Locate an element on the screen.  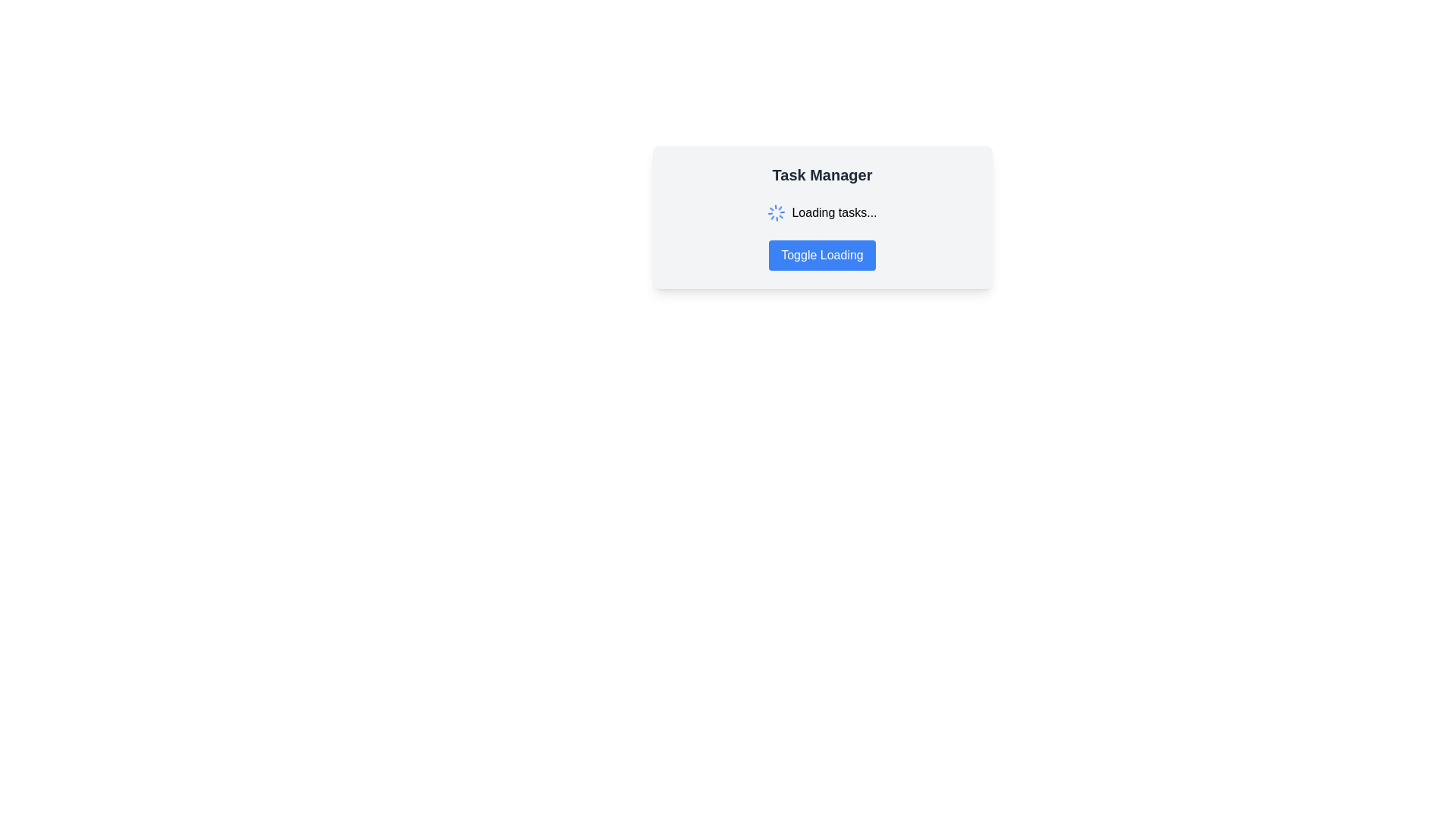
the rectangular button with a blue background and white text reading 'Toggle Loading' is located at coordinates (821, 254).